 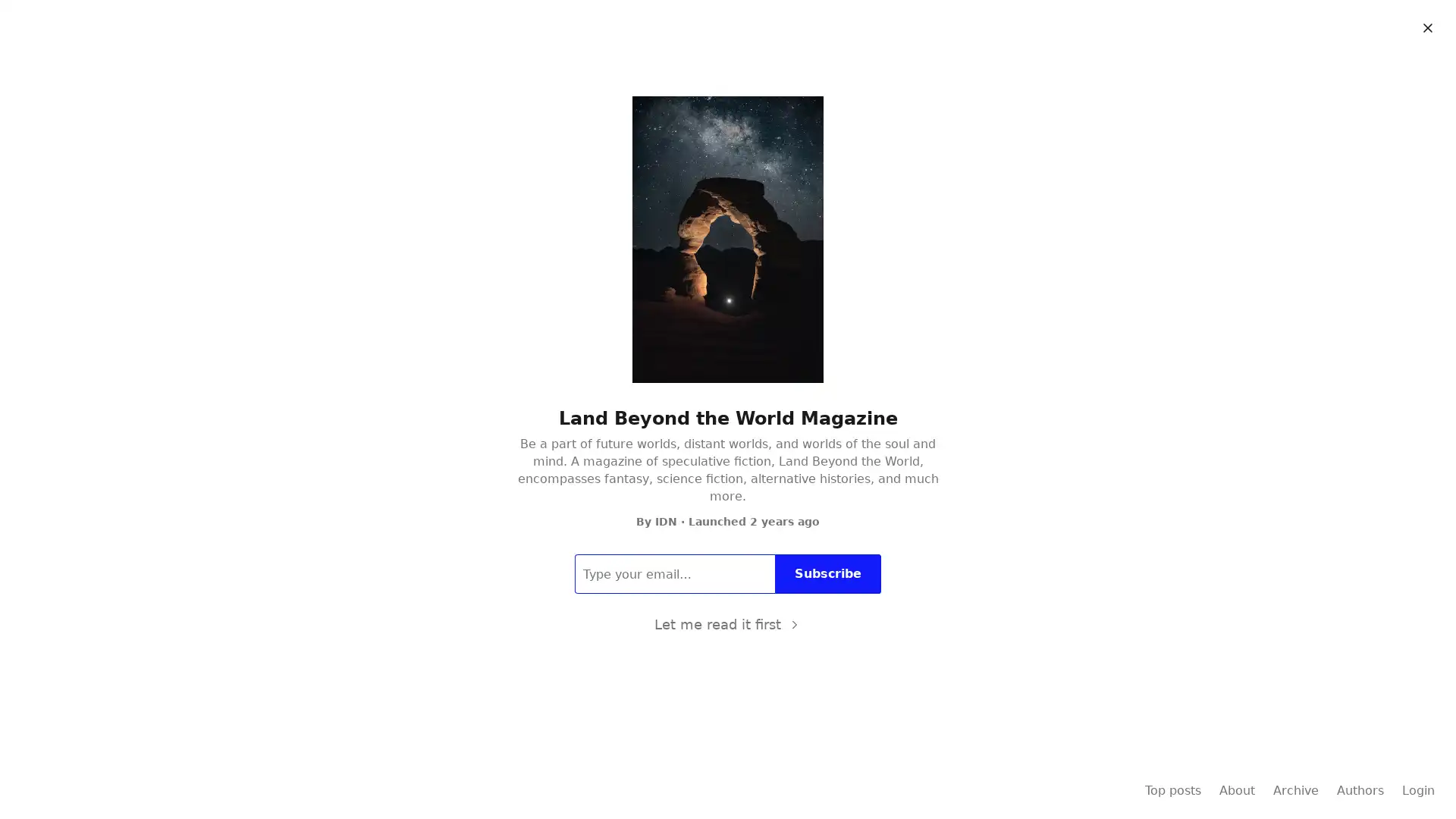 I want to click on Sign in, so click(x=1414, y=24).